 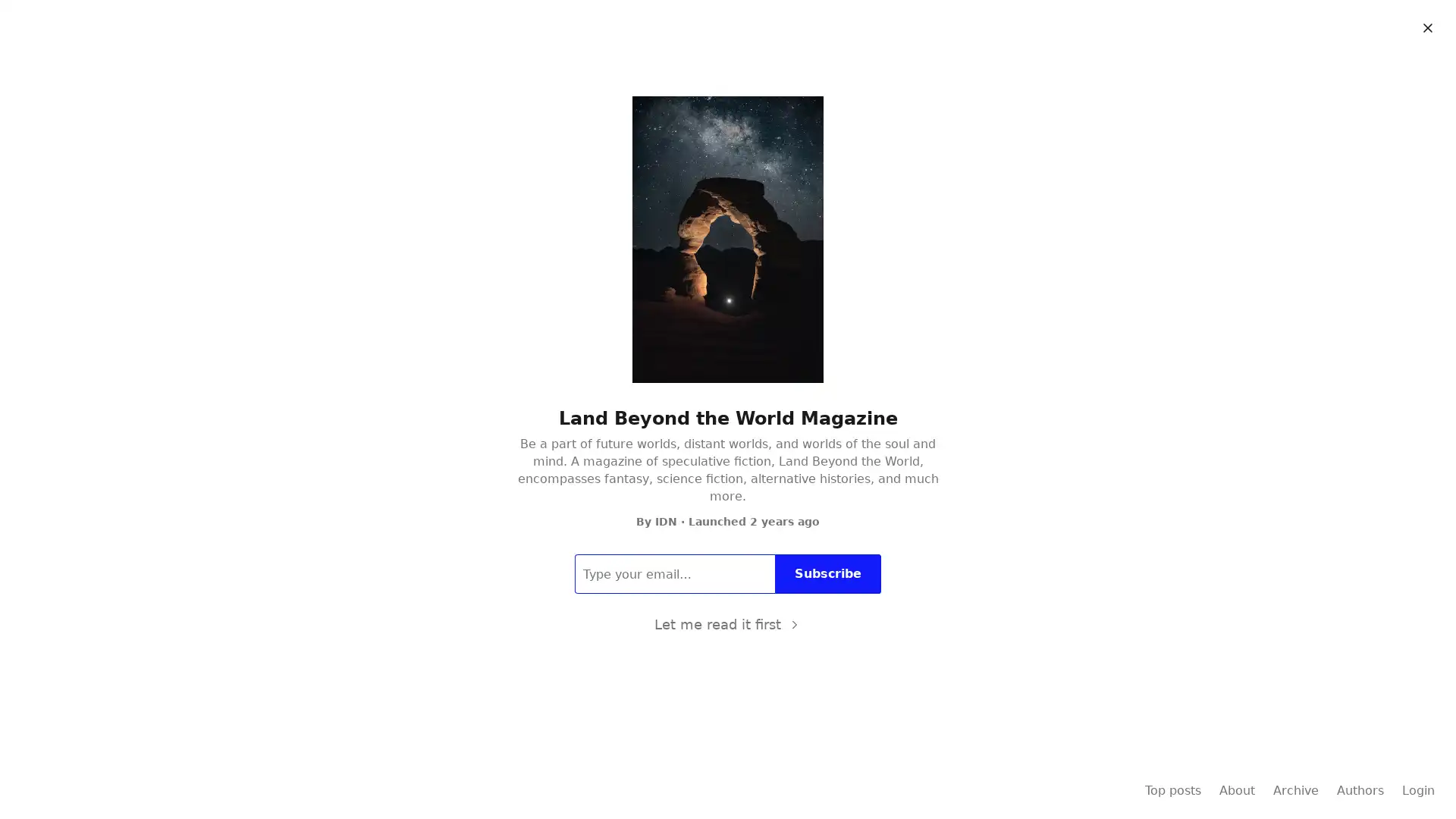 I want to click on Sign in, so click(x=1414, y=24).